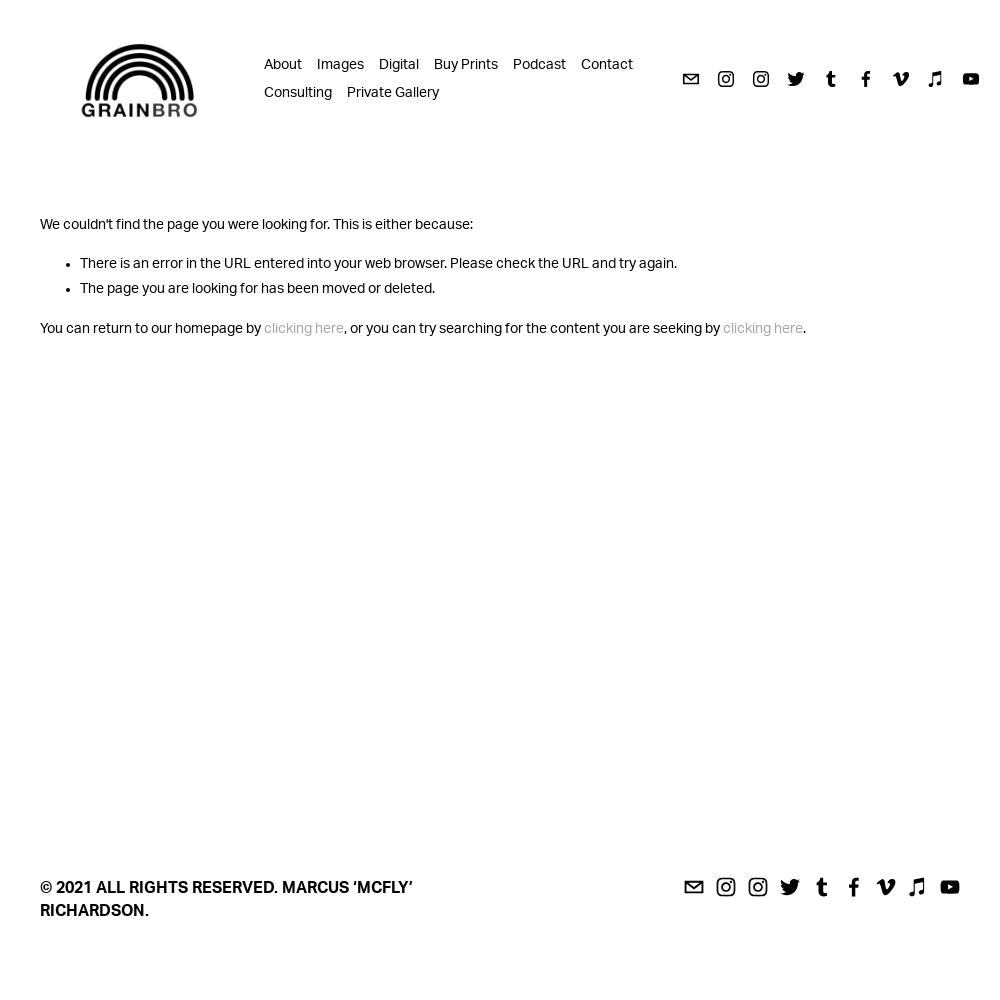  What do you see at coordinates (152, 327) in the screenshot?
I see `'You can return to our homepage by'` at bounding box center [152, 327].